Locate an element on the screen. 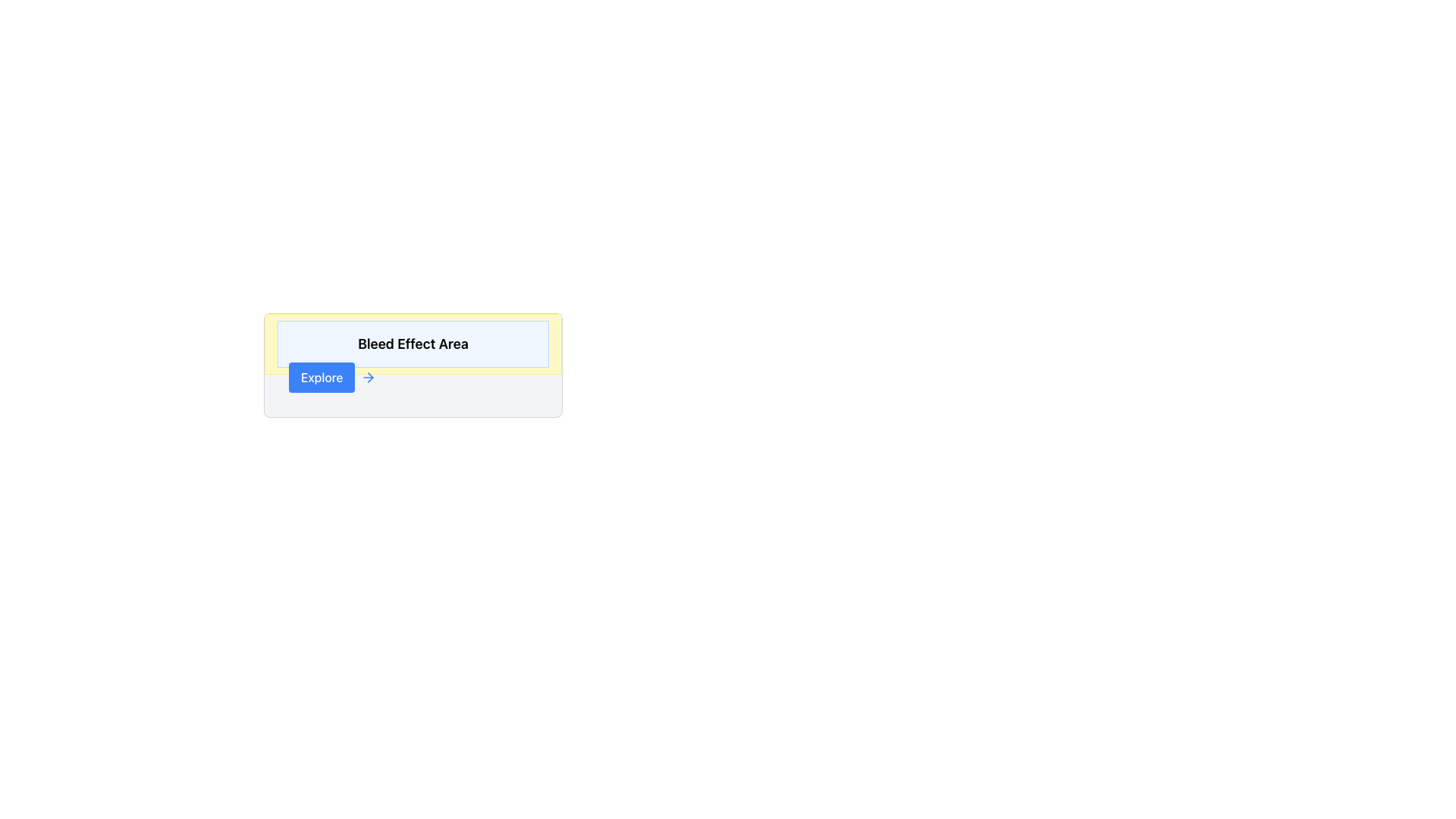 The width and height of the screenshot is (1456, 819). the arrow icon located to the right of the 'Explore' button is located at coordinates (369, 376).